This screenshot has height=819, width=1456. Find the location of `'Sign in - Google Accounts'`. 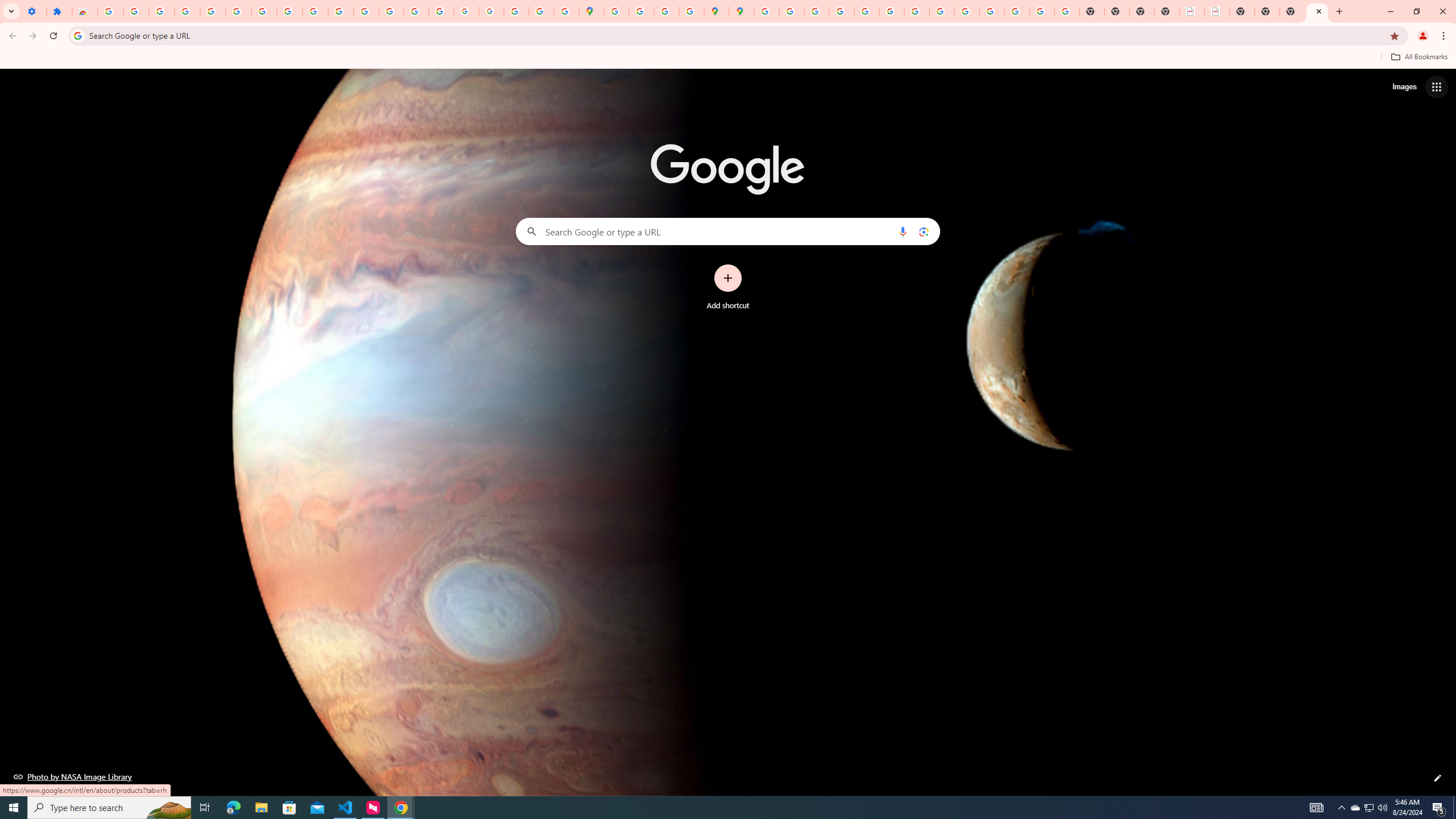

'Sign in - Google Accounts' is located at coordinates (110, 11).